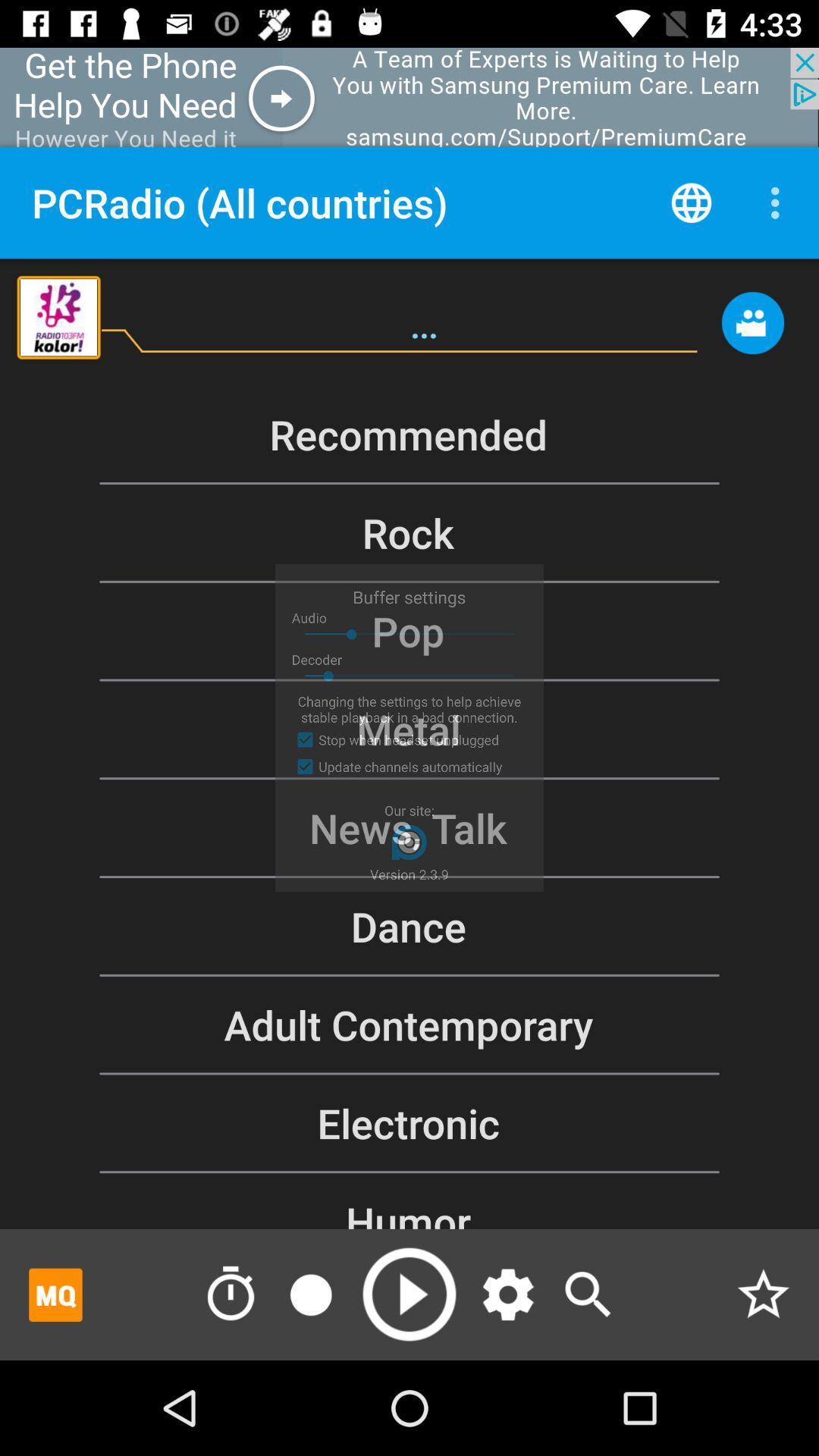  I want to click on options button, so click(508, 1294).